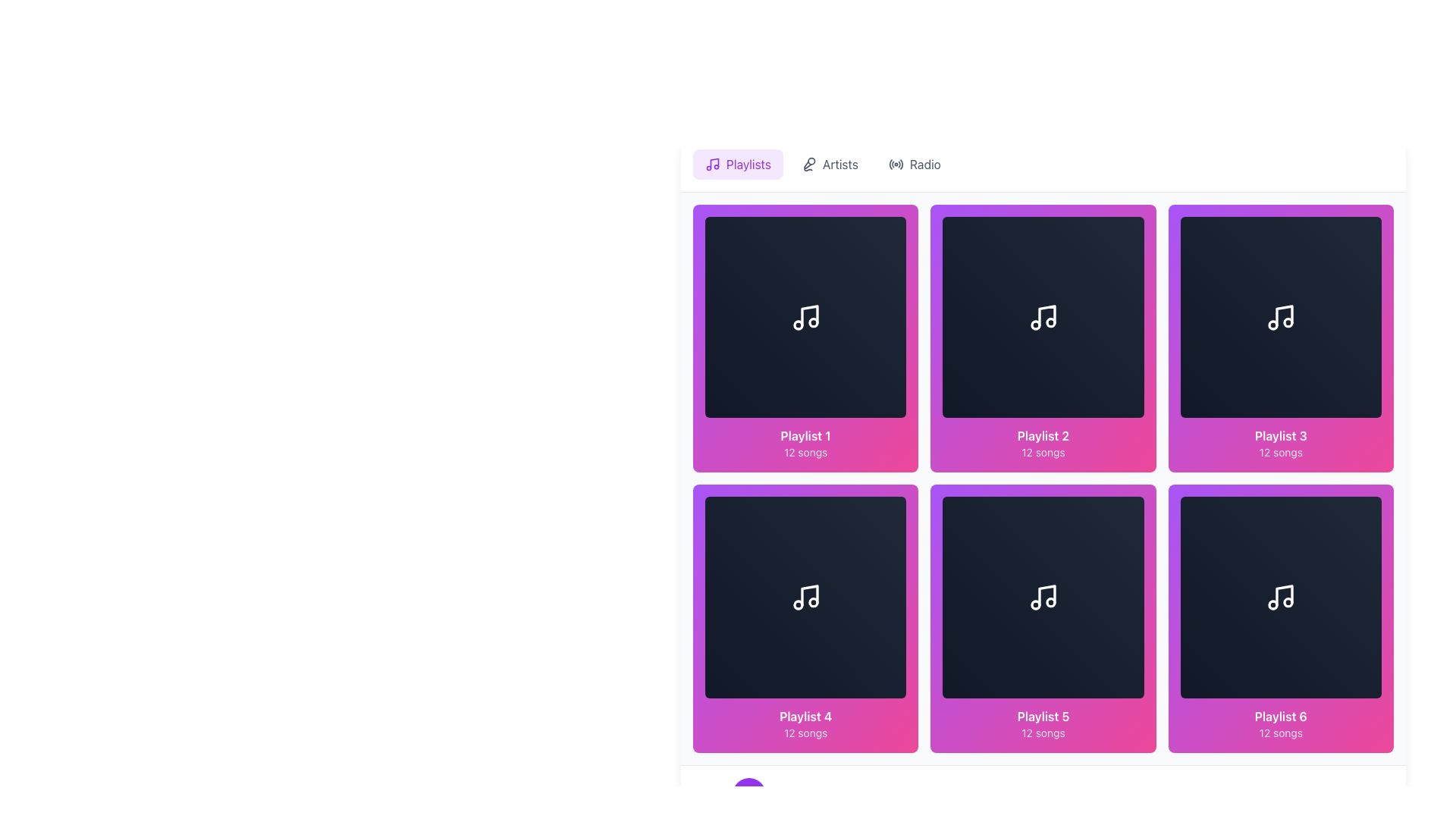  Describe the element at coordinates (1043, 619) in the screenshot. I see `the clickable card that leads to 'Playlist 5' located in the second row, third column of the grid layout` at that location.